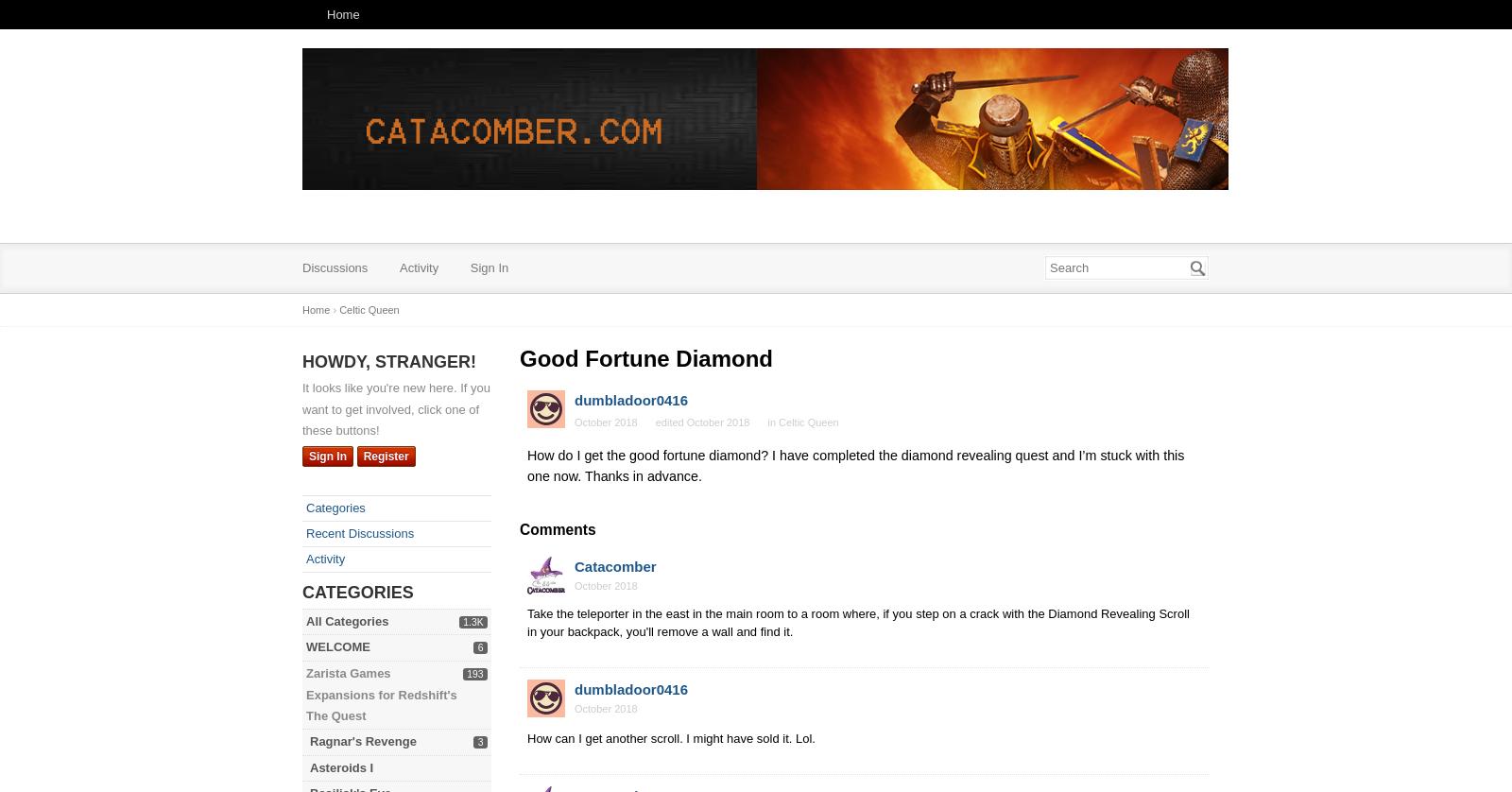  I want to click on 'All Categories', so click(347, 620).